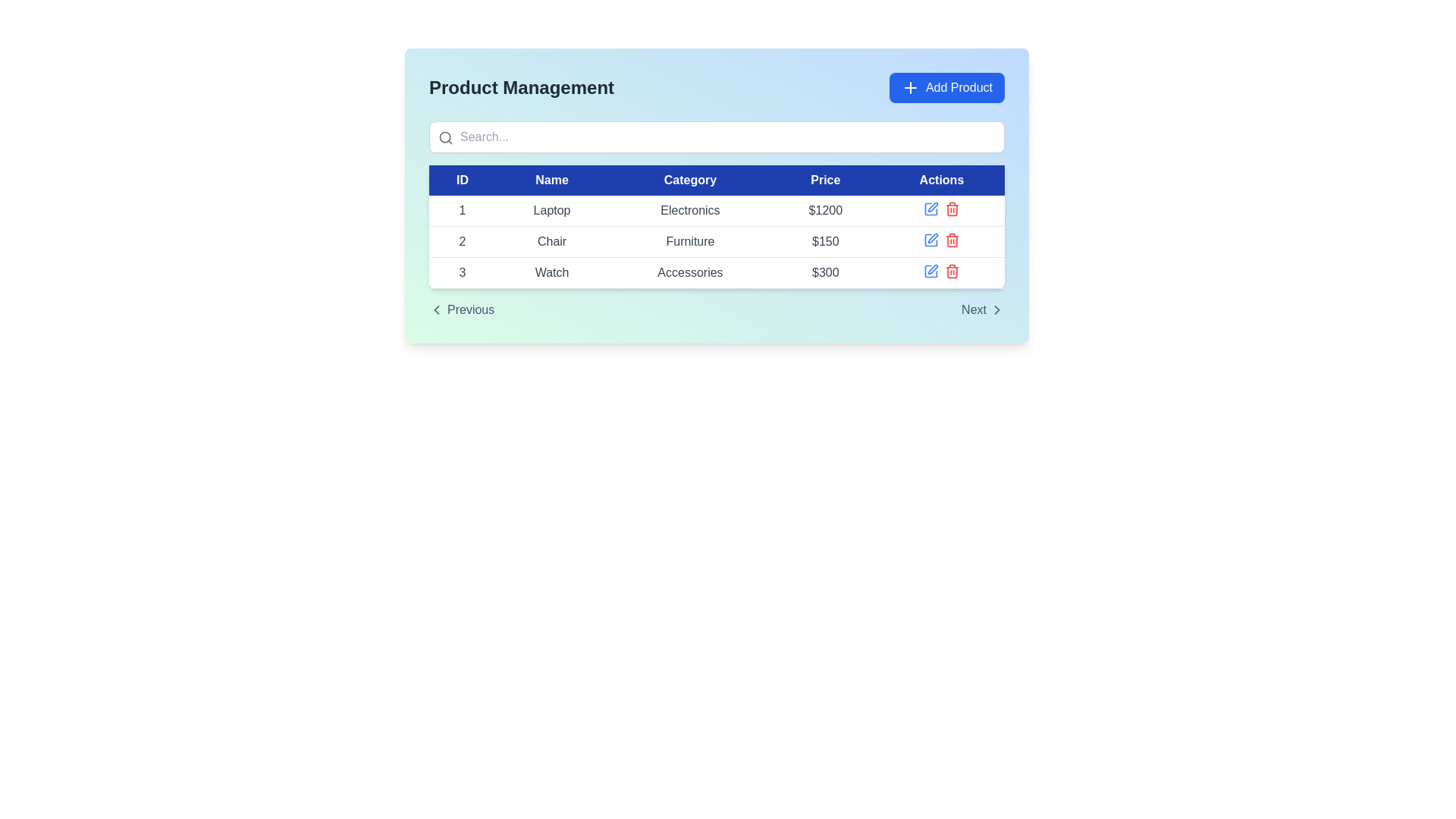 This screenshot has width=1456, height=819. What do you see at coordinates (716, 241) in the screenshot?
I see `the second row of the product management table that displays data for the item with ID '2', named 'Chair', priced at '$150'` at bounding box center [716, 241].